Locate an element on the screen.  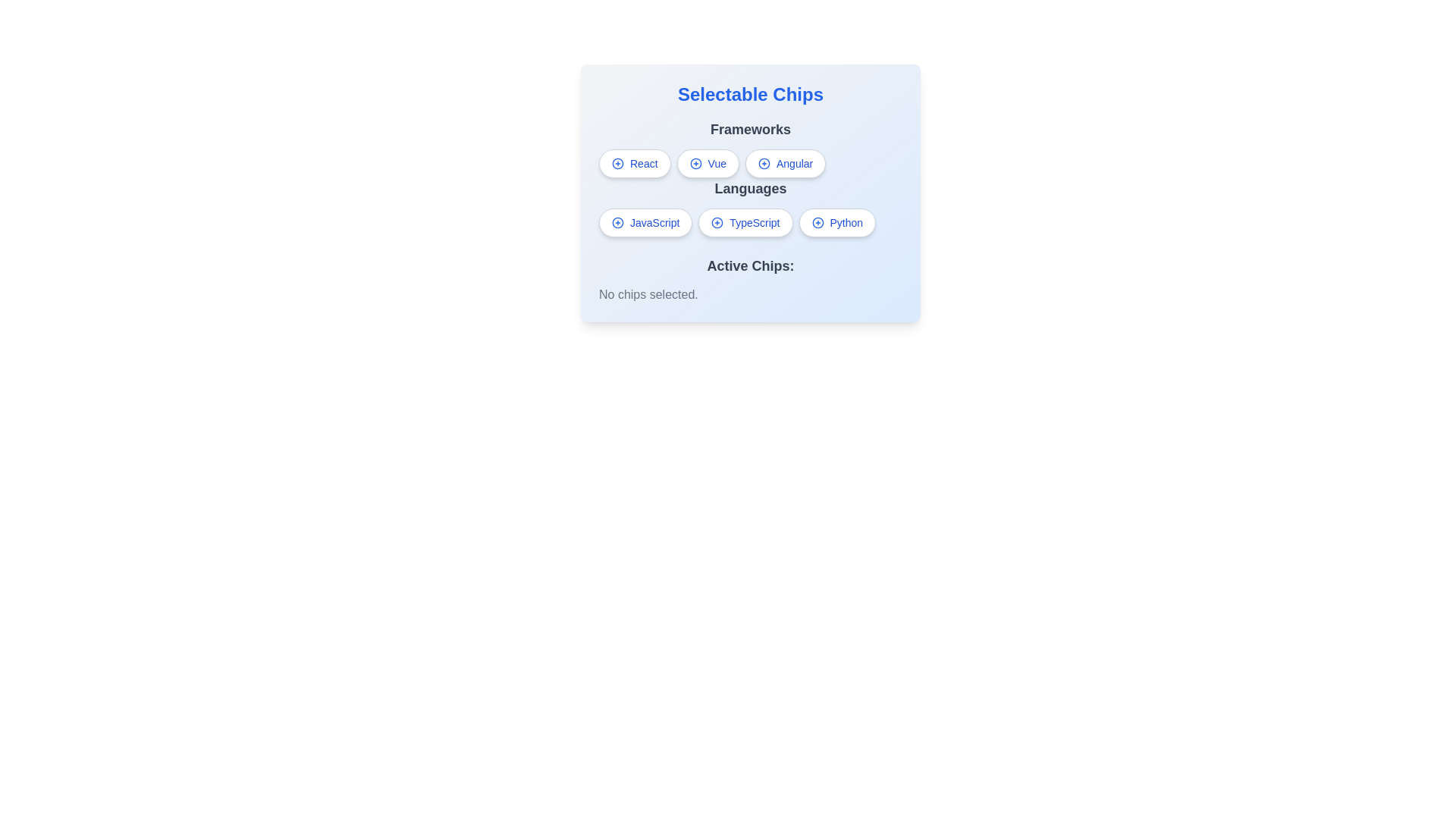
the visual indicator icon associated with the 'React' button in the 'Frameworks' section is located at coordinates (618, 164).